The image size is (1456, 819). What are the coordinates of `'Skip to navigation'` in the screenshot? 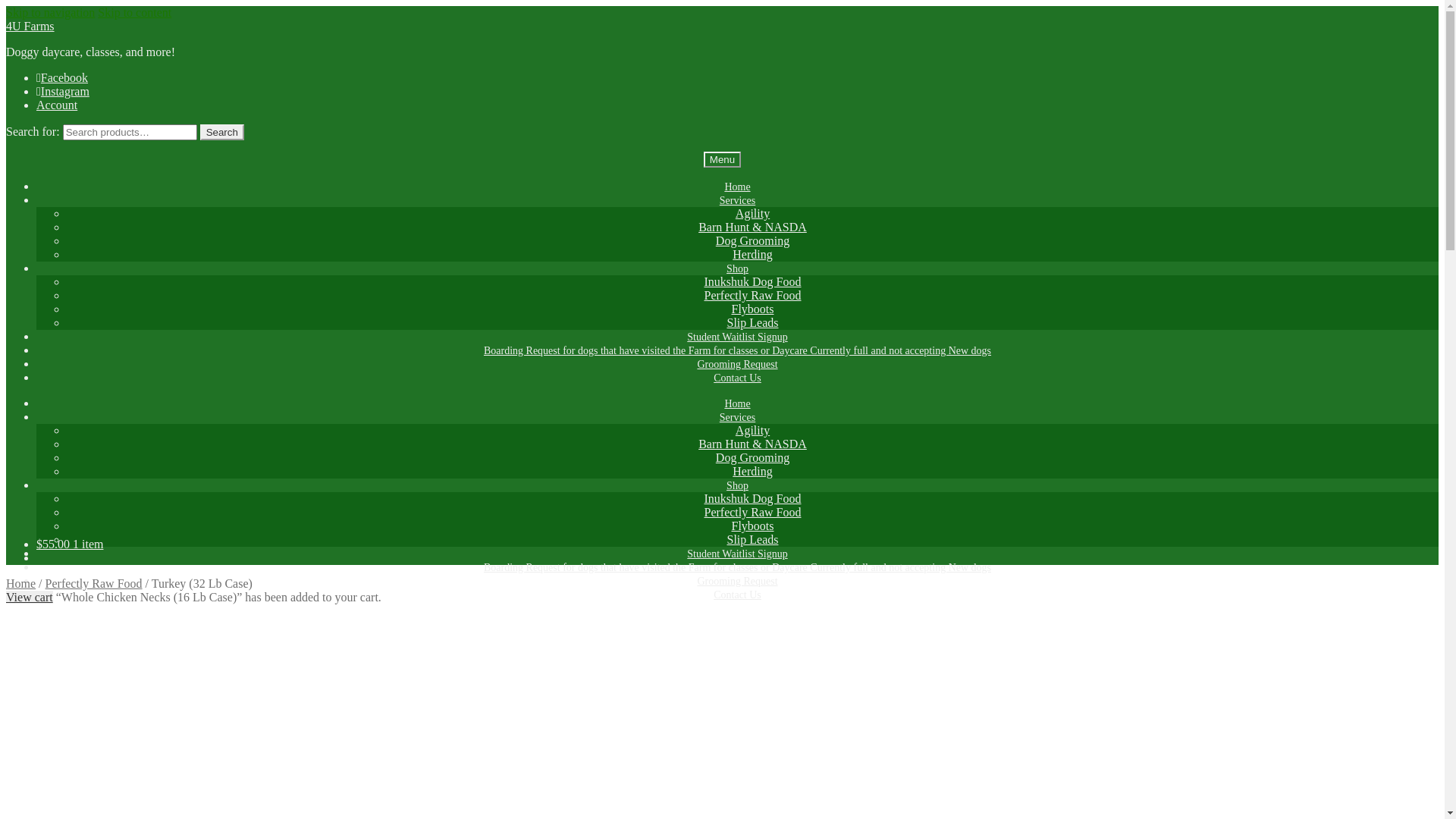 It's located at (50, 12).